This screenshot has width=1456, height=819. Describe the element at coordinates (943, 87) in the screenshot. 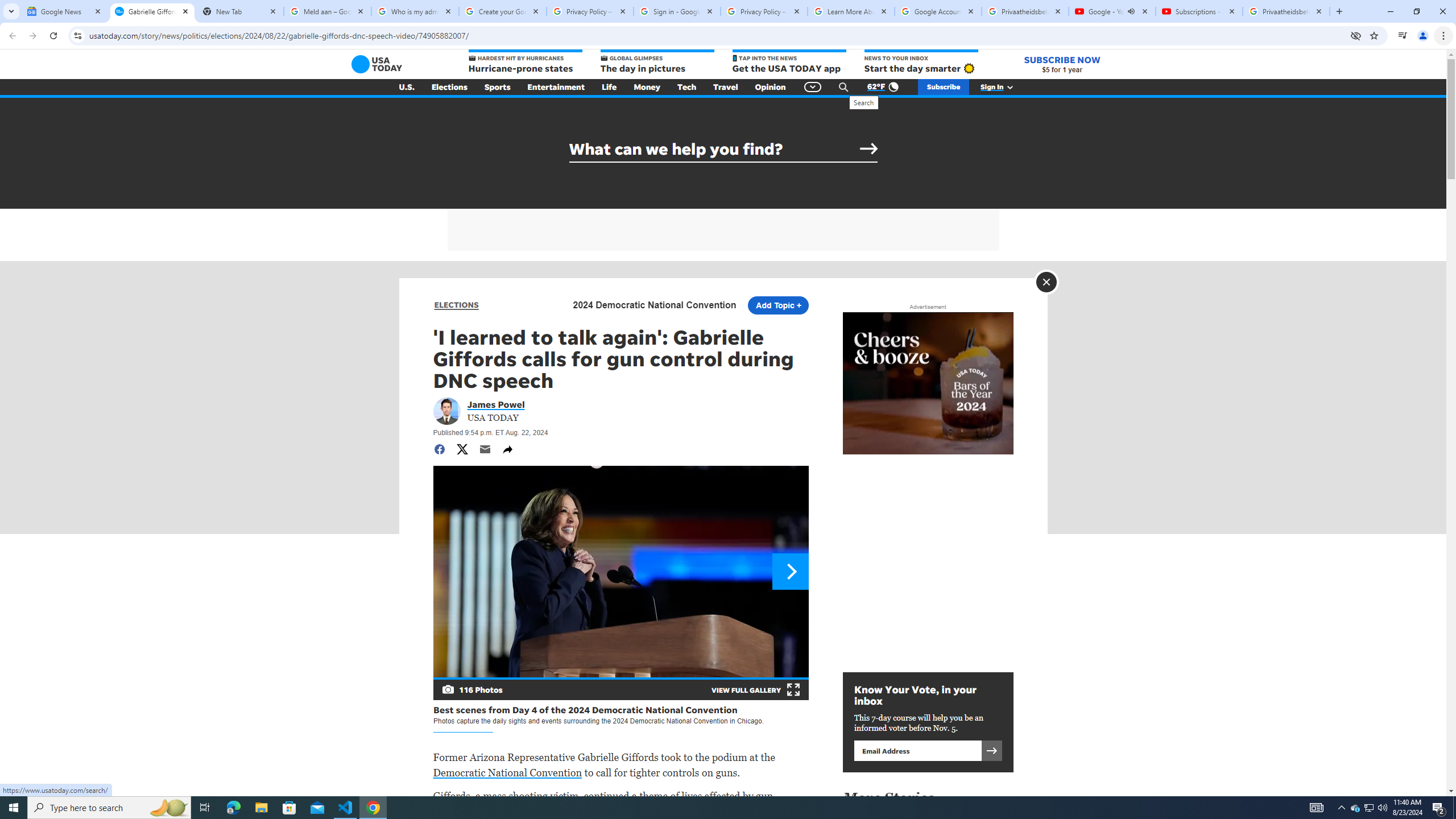

I see `'Subscribe'` at that location.